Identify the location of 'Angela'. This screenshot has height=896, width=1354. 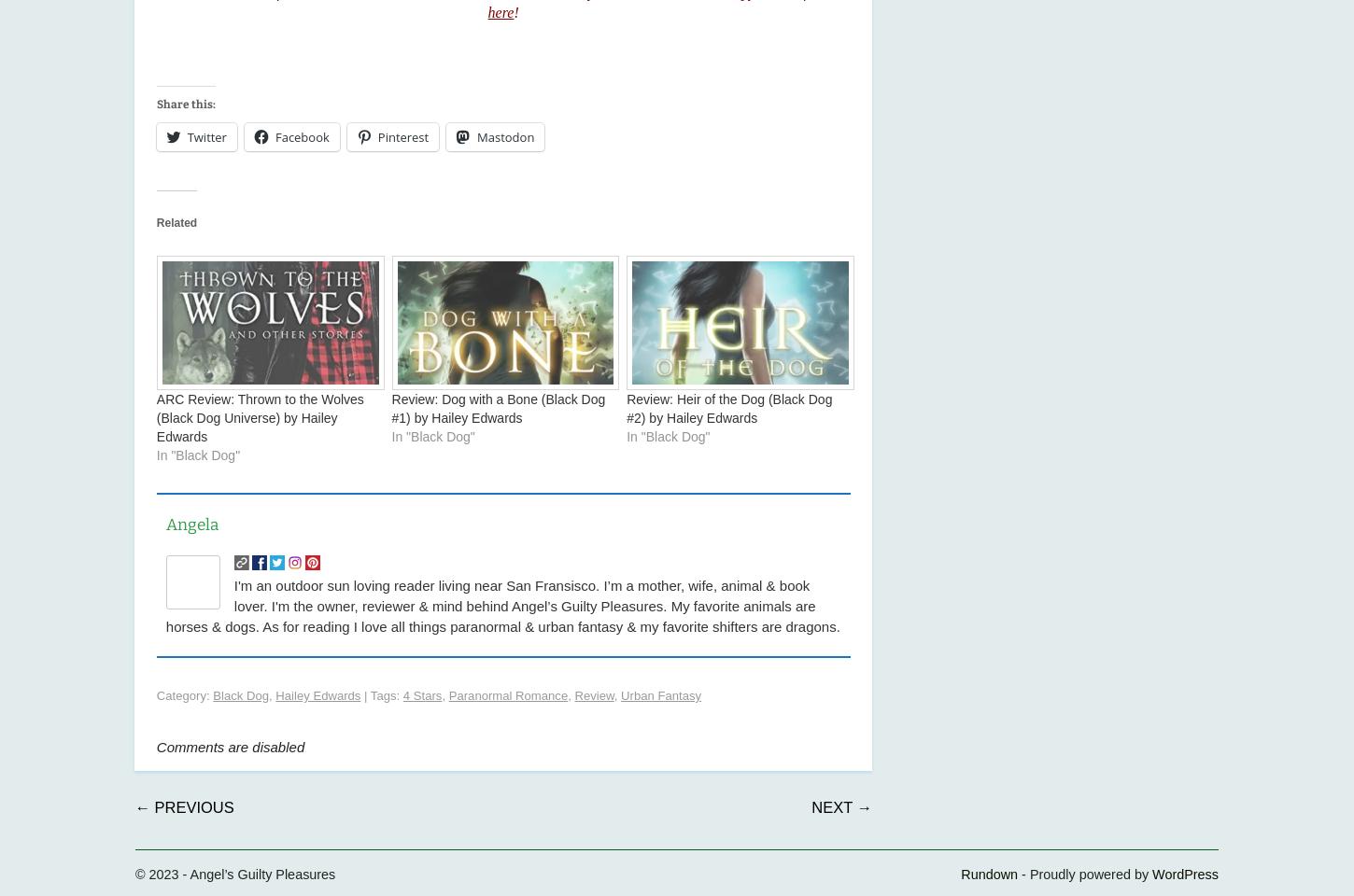
(190, 525).